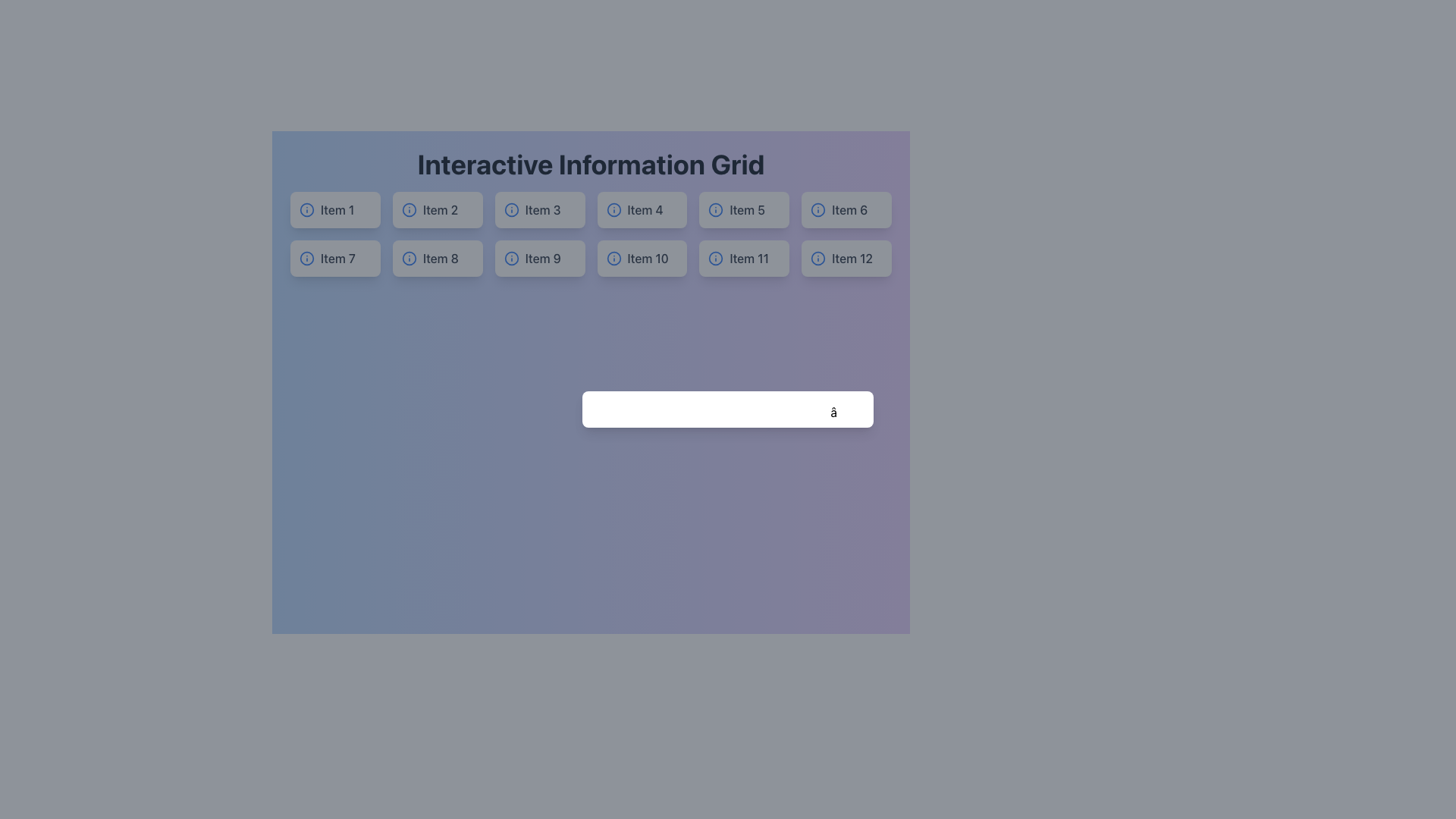 This screenshot has height=819, width=1456. What do you see at coordinates (306, 210) in the screenshot?
I see `the circular icon within the button labeled 'Item 1' for more details` at bounding box center [306, 210].